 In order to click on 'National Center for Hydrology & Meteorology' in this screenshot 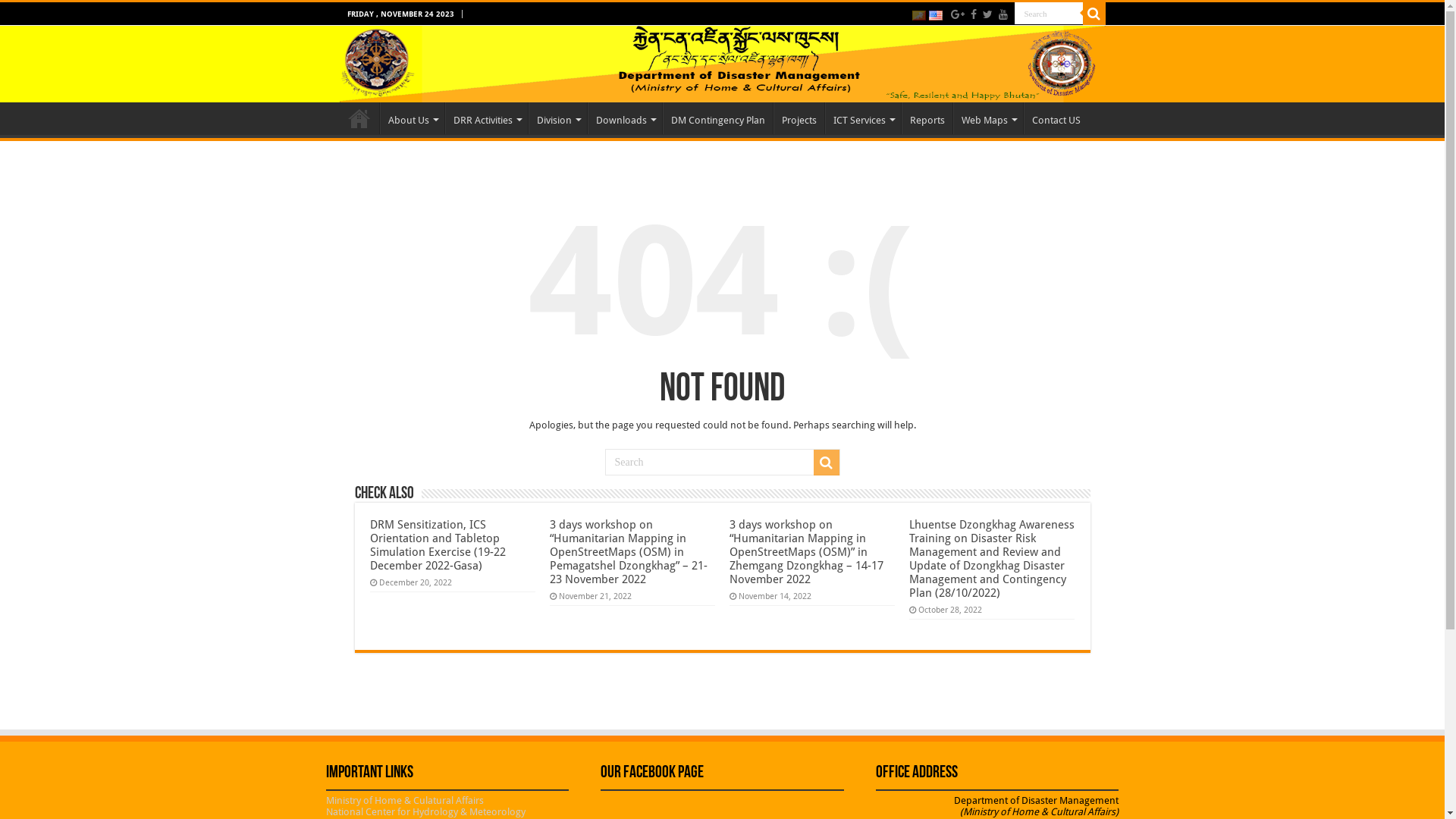, I will do `click(325, 811)`.